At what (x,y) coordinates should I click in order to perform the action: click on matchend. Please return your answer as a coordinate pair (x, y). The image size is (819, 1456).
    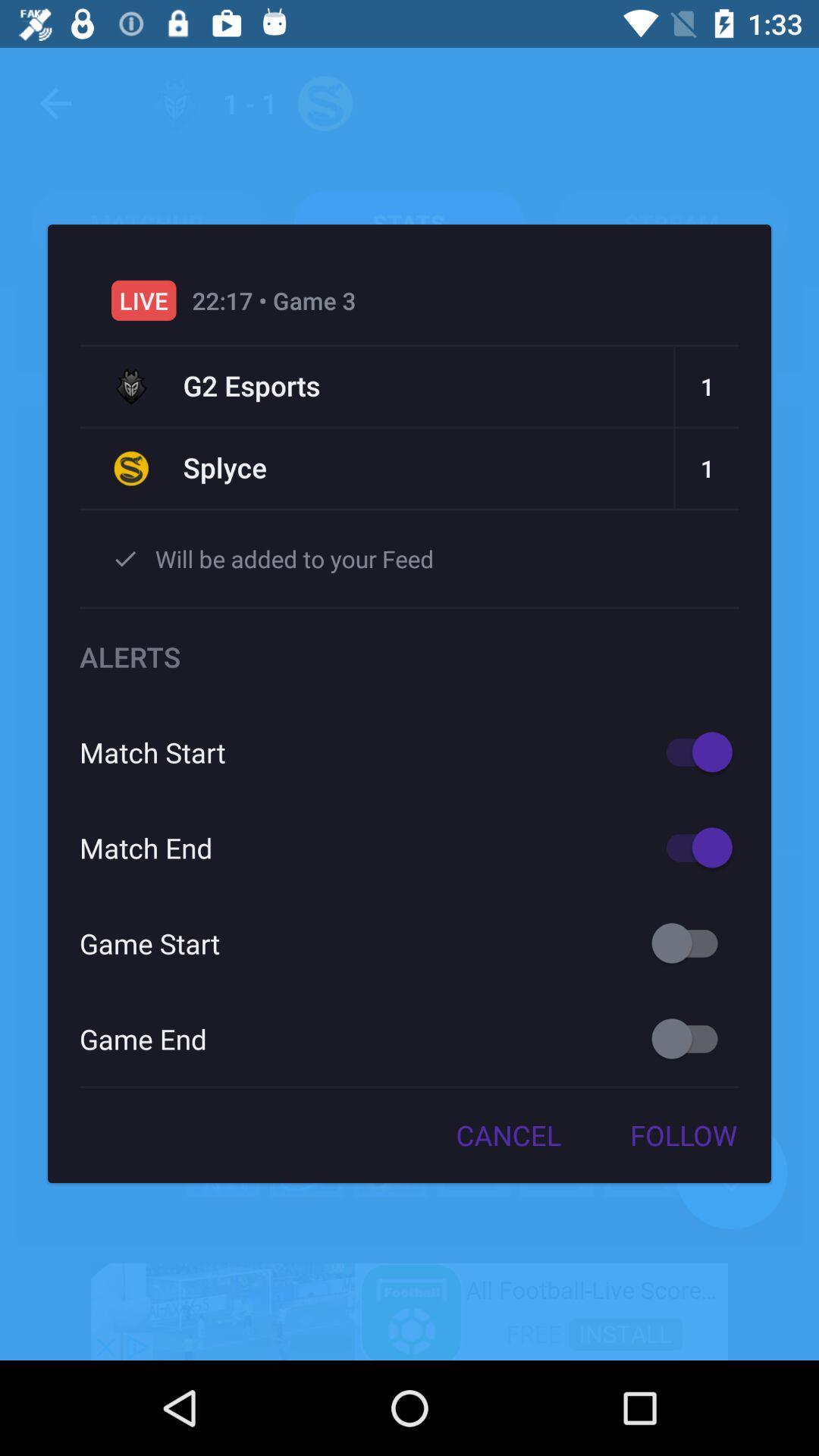
    Looking at the image, I should click on (692, 846).